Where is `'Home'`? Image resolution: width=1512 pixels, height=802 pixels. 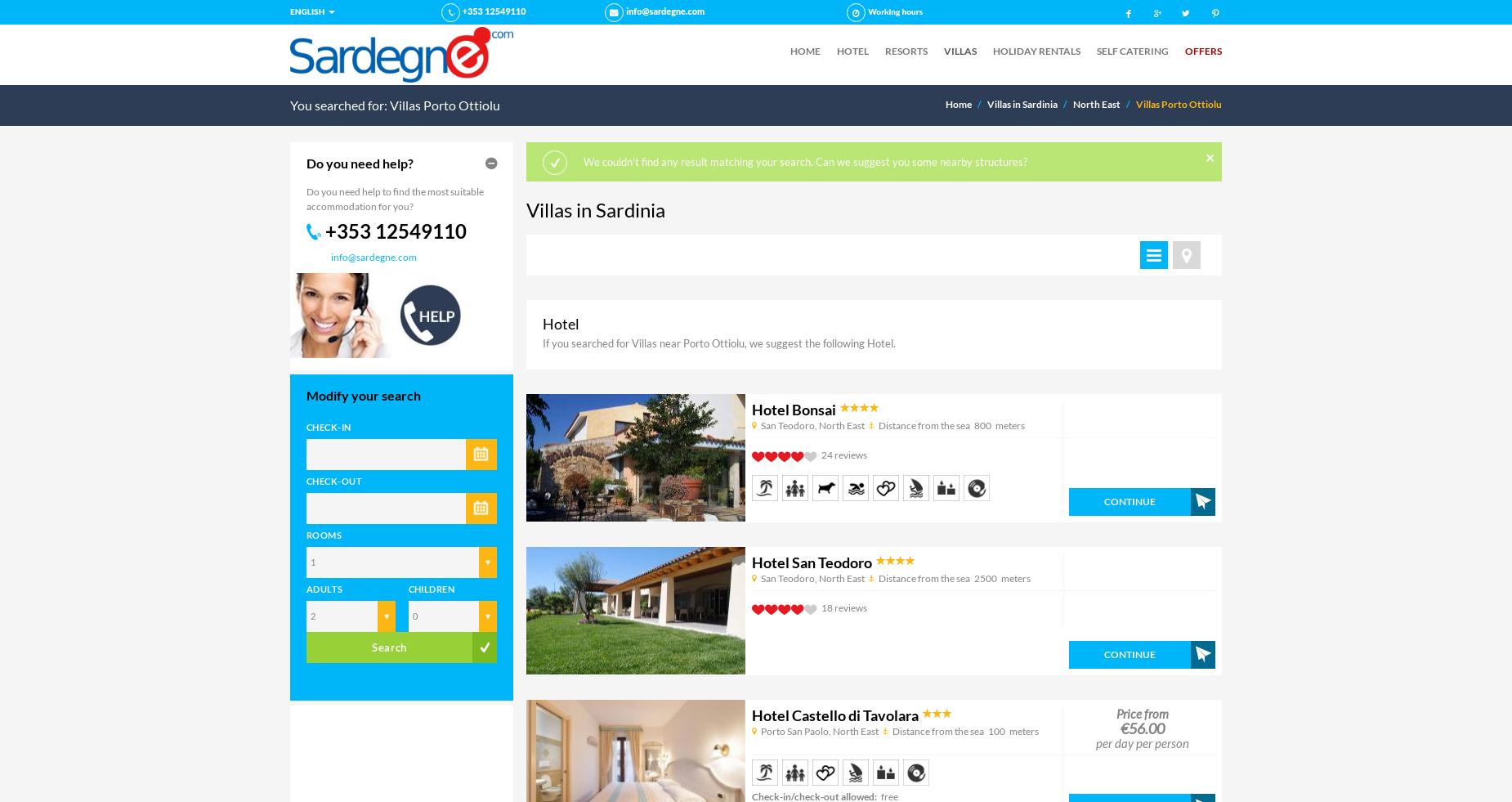
'Home' is located at coordinates (956, 102).